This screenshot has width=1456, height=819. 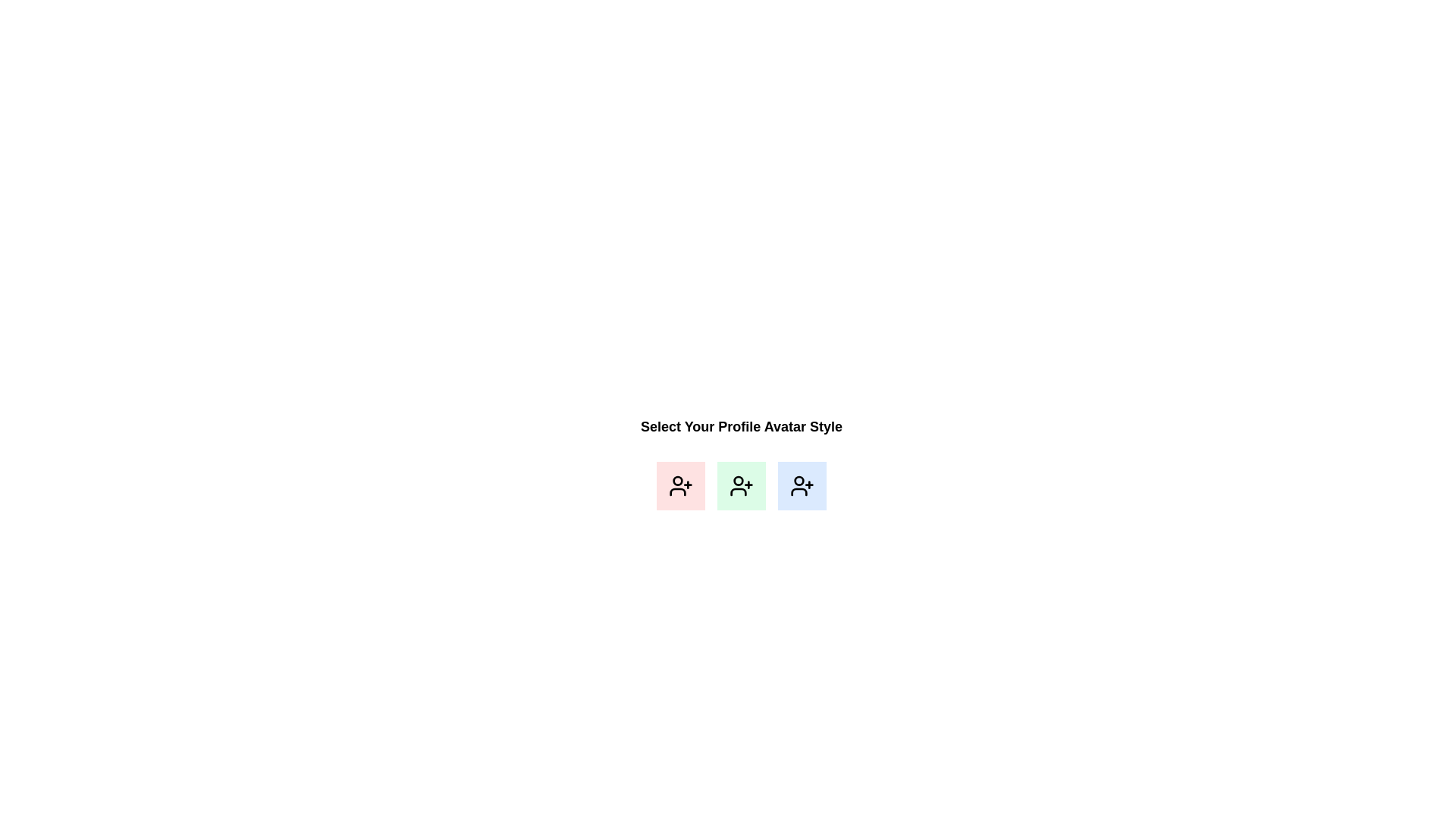 I want to click on the user-add icon button located in the central bottom part of the interface, below the label 'Select Your Profile Avatar Style', so click(x=801, y=485).